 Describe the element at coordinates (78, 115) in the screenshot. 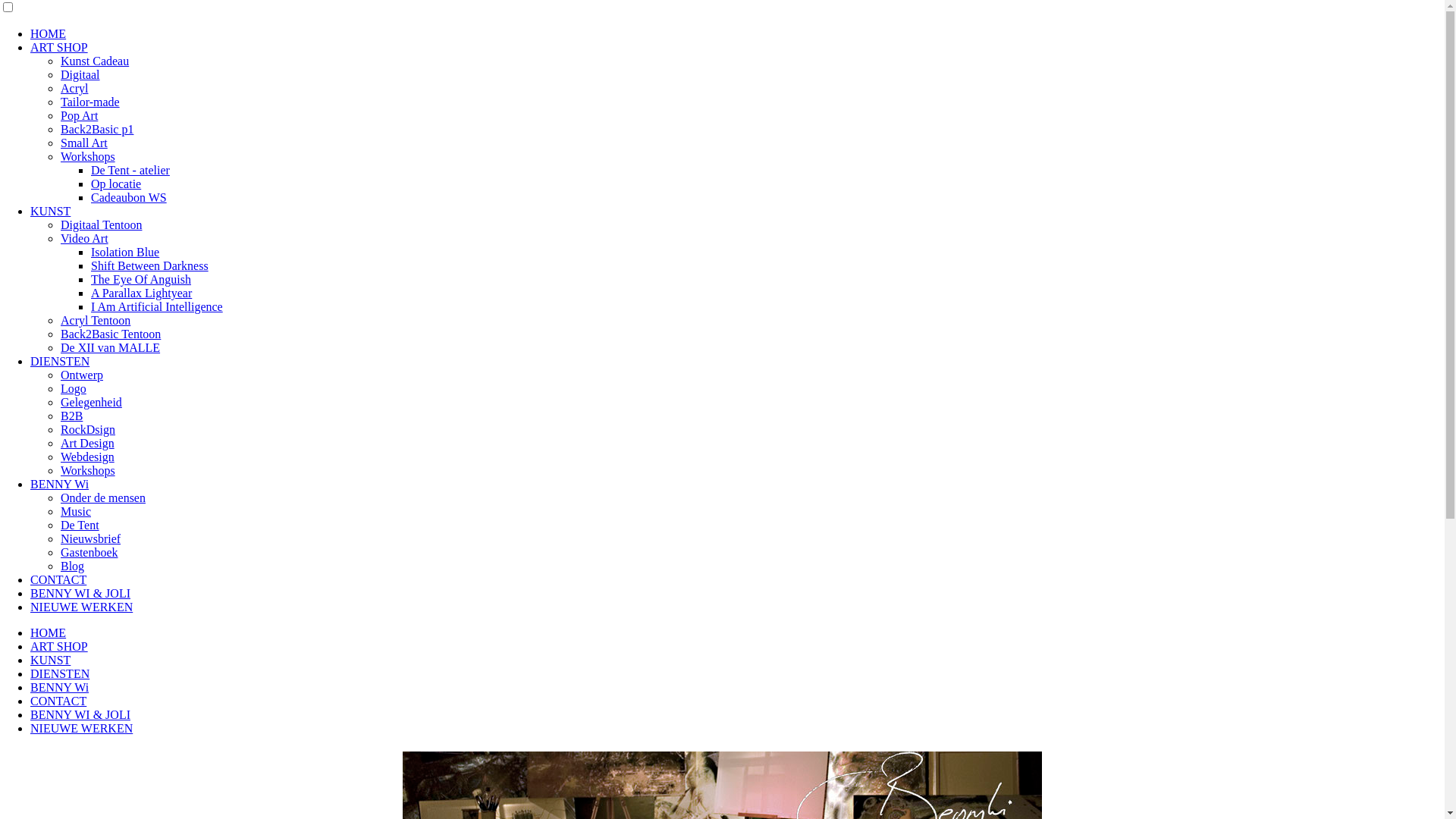

I see `'Pop Art'` at that location.